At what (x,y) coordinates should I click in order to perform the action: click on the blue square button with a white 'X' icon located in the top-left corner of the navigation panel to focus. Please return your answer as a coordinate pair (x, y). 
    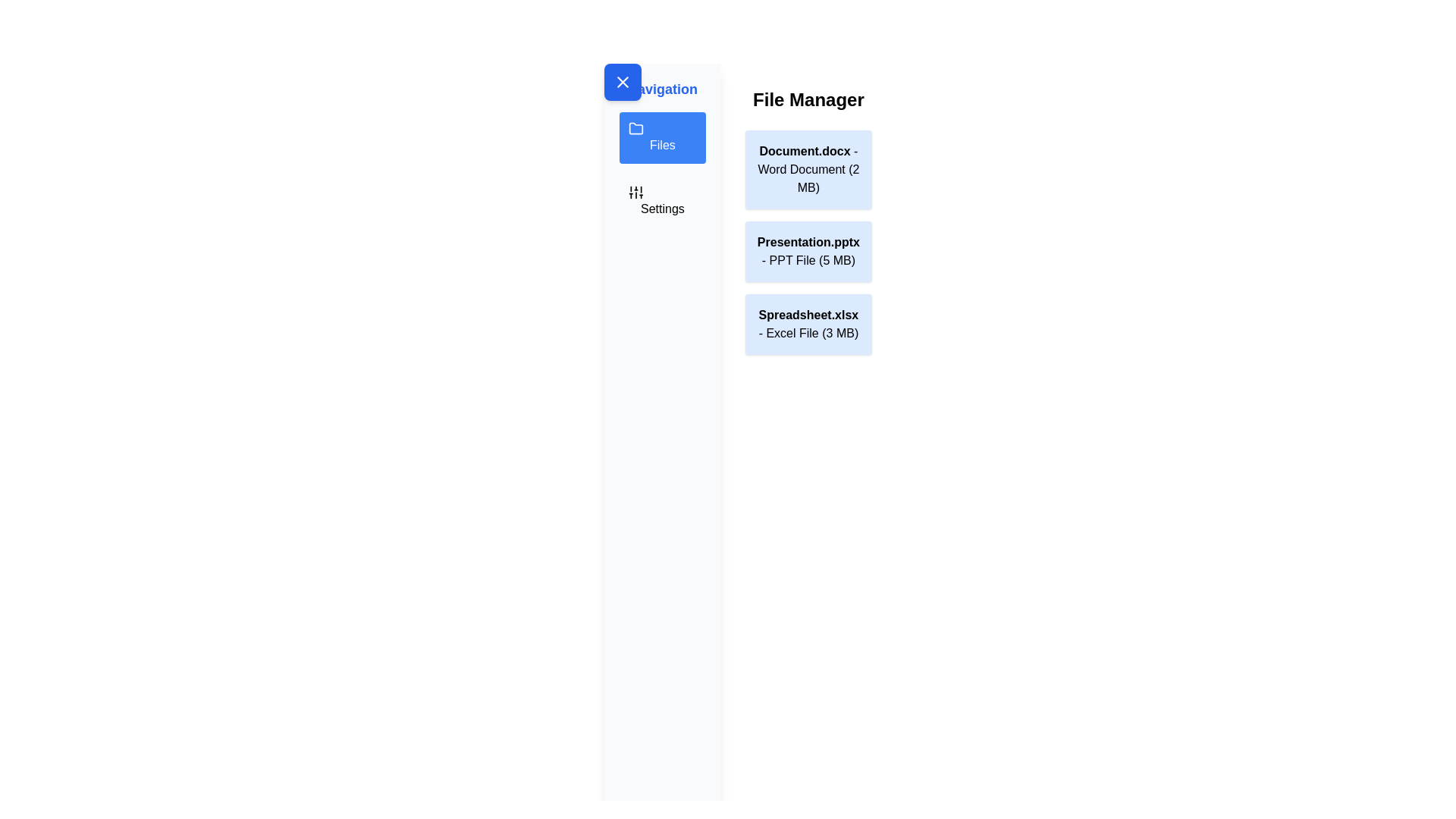
    Looking at the image, I should click on (623, 82).